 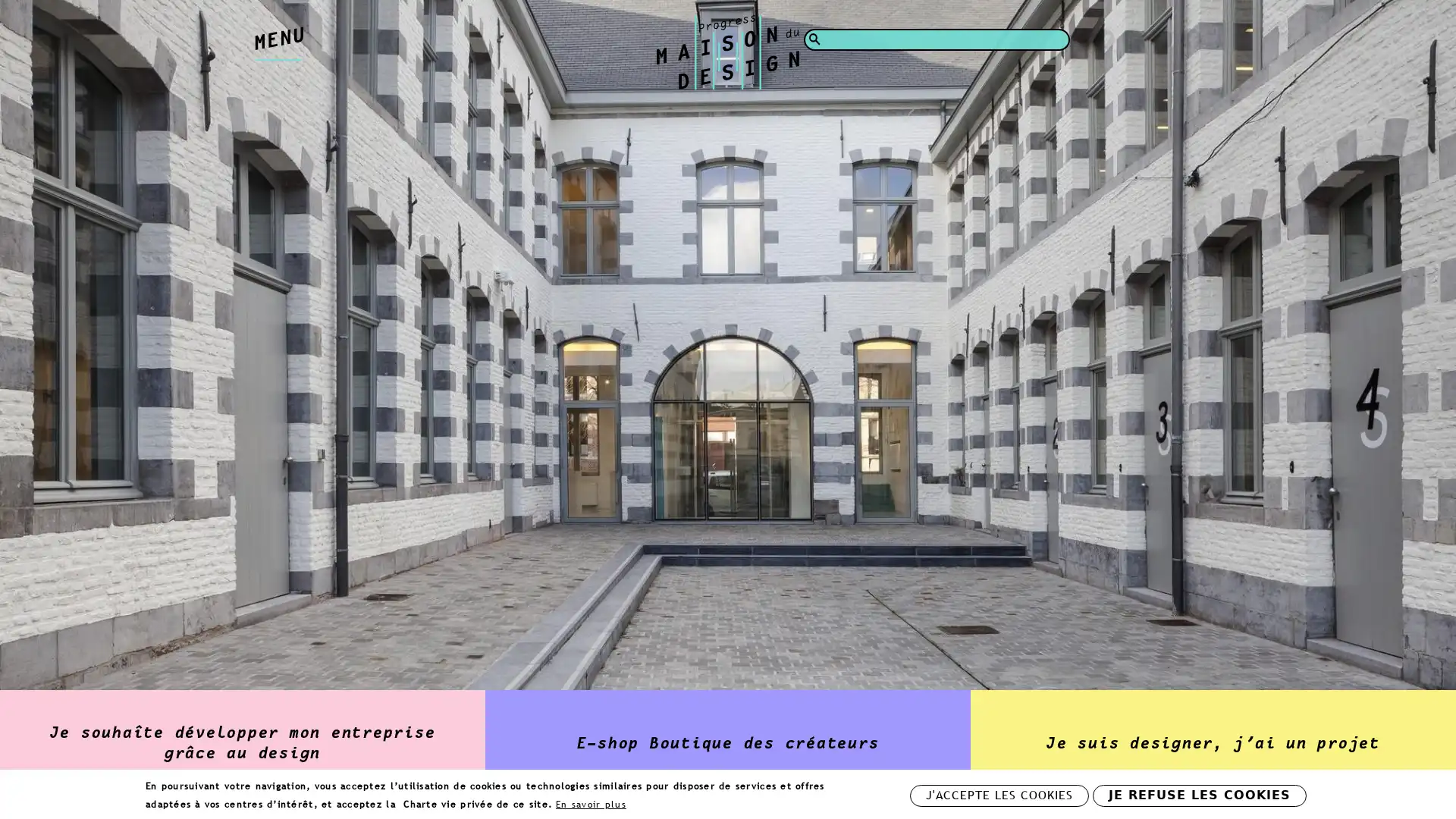 What do you see at coordinates (589, 803) in the screenshot?
I see `En savoir plus` at bounding box center [589, 803].